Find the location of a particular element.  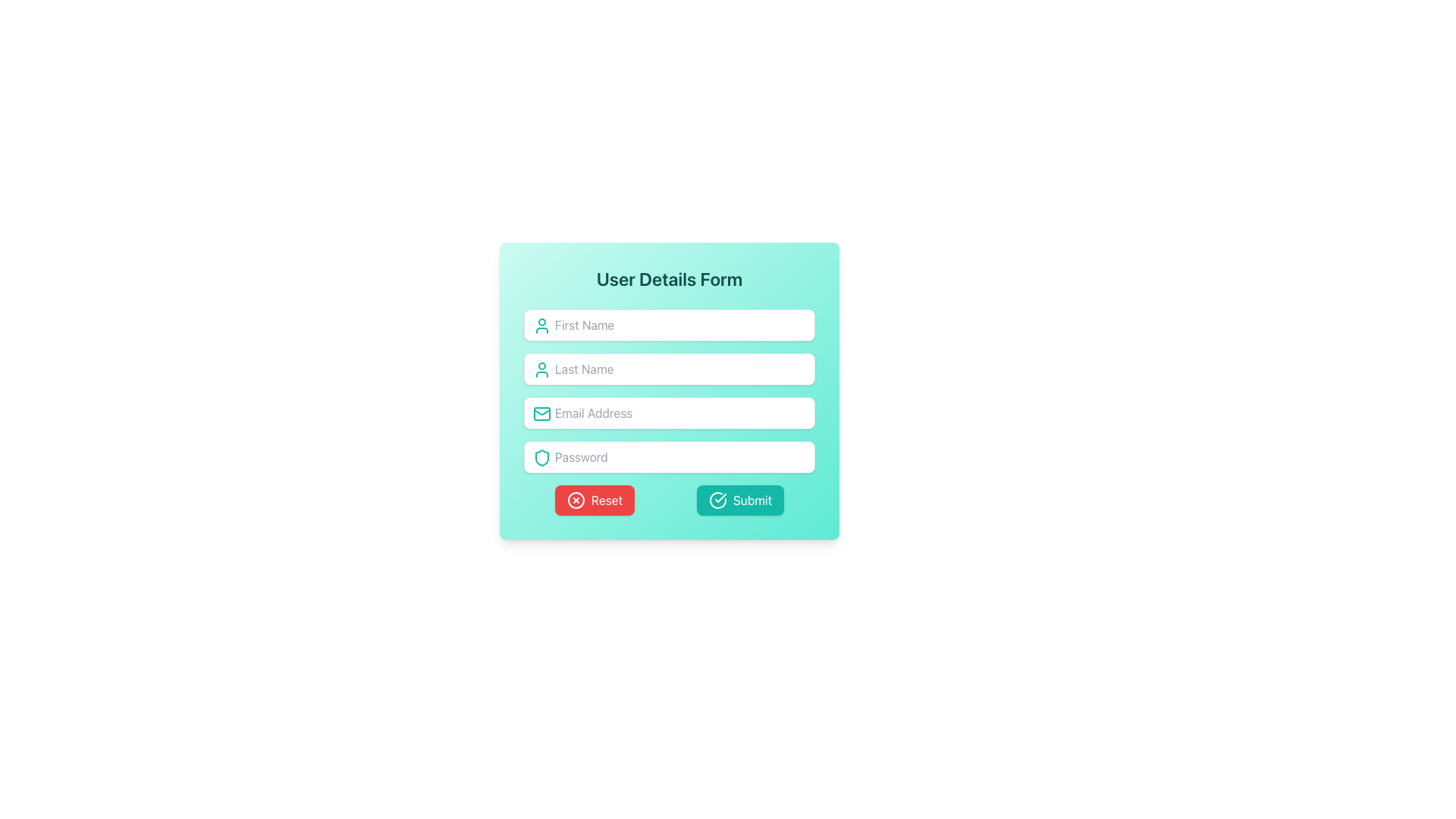

the user profile icon with a teal-colored outline, located in the top-left corner of the 'First Name' input field is located at coordinates (542, 325).